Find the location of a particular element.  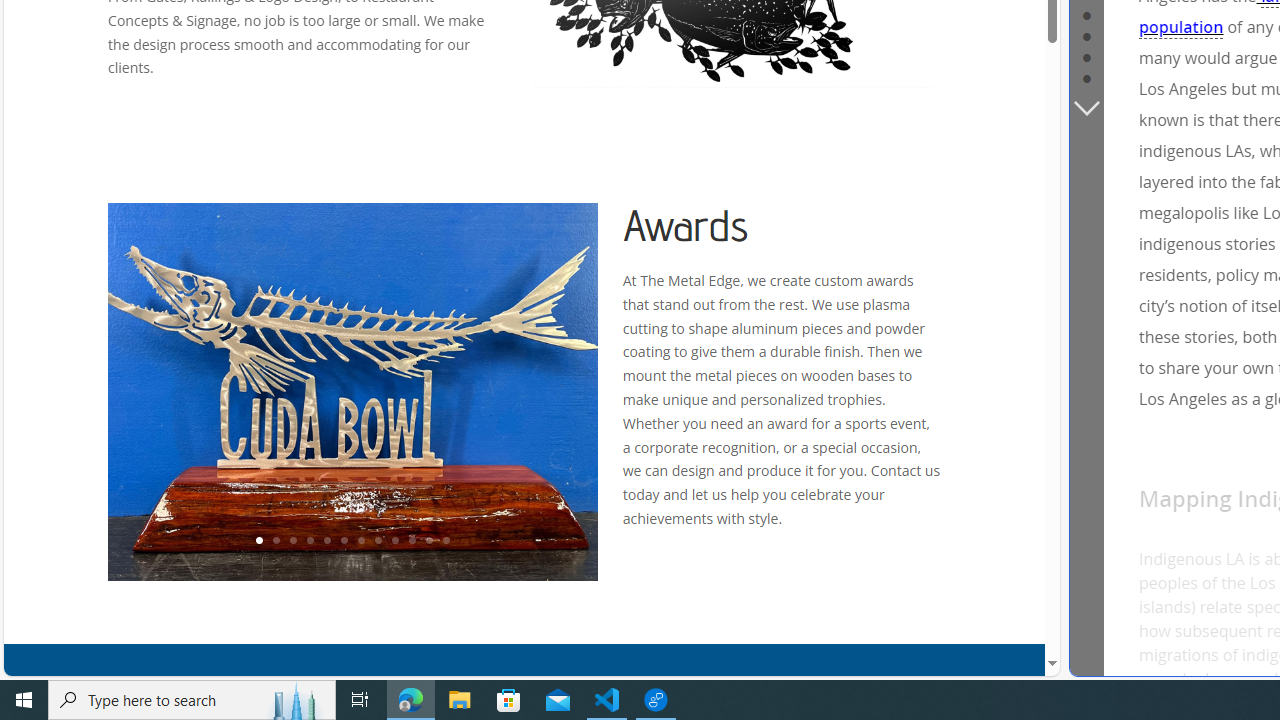

'Next section' is located at coordinates (1085, 106).